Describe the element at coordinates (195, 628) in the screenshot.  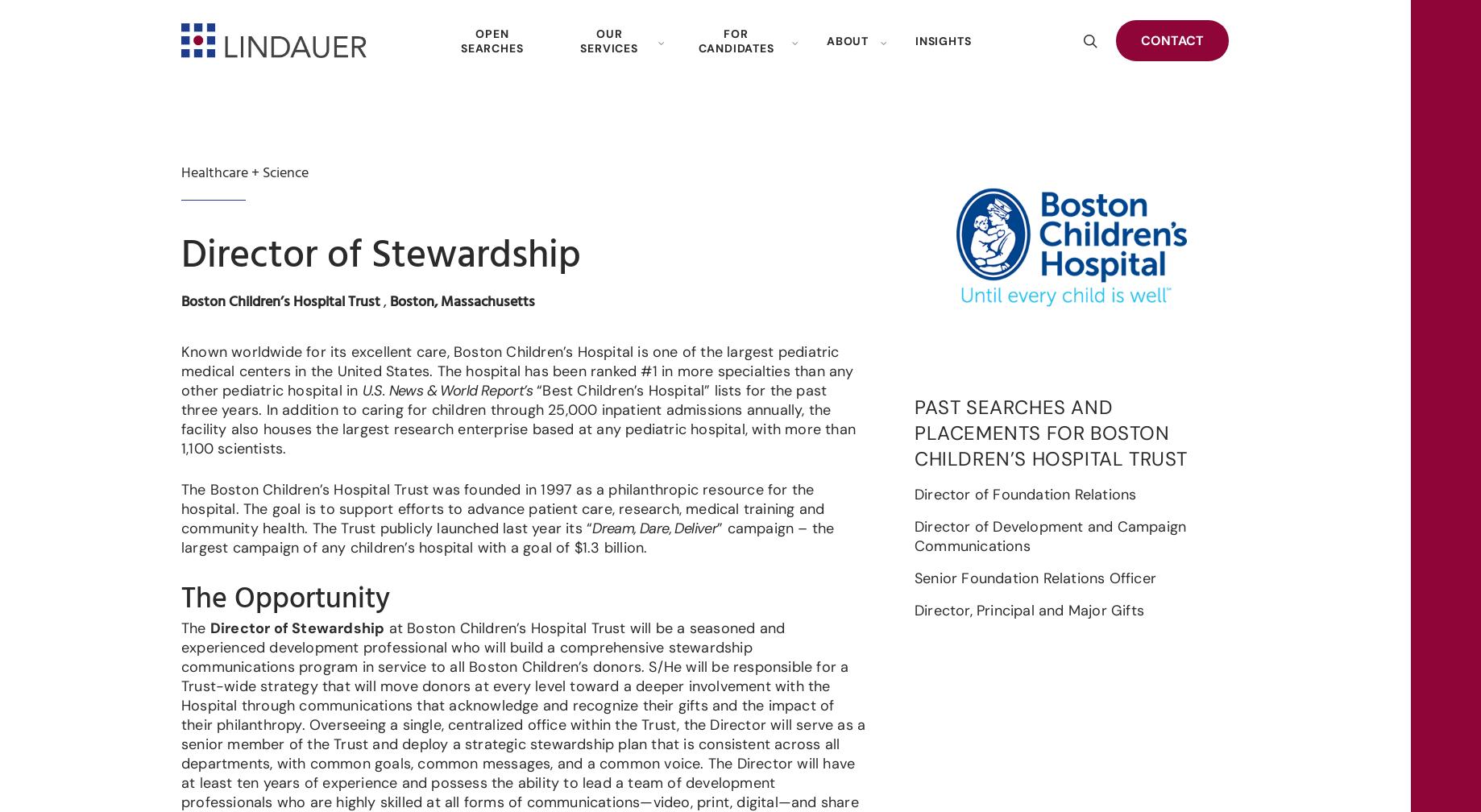
I see `'The'` at that location.